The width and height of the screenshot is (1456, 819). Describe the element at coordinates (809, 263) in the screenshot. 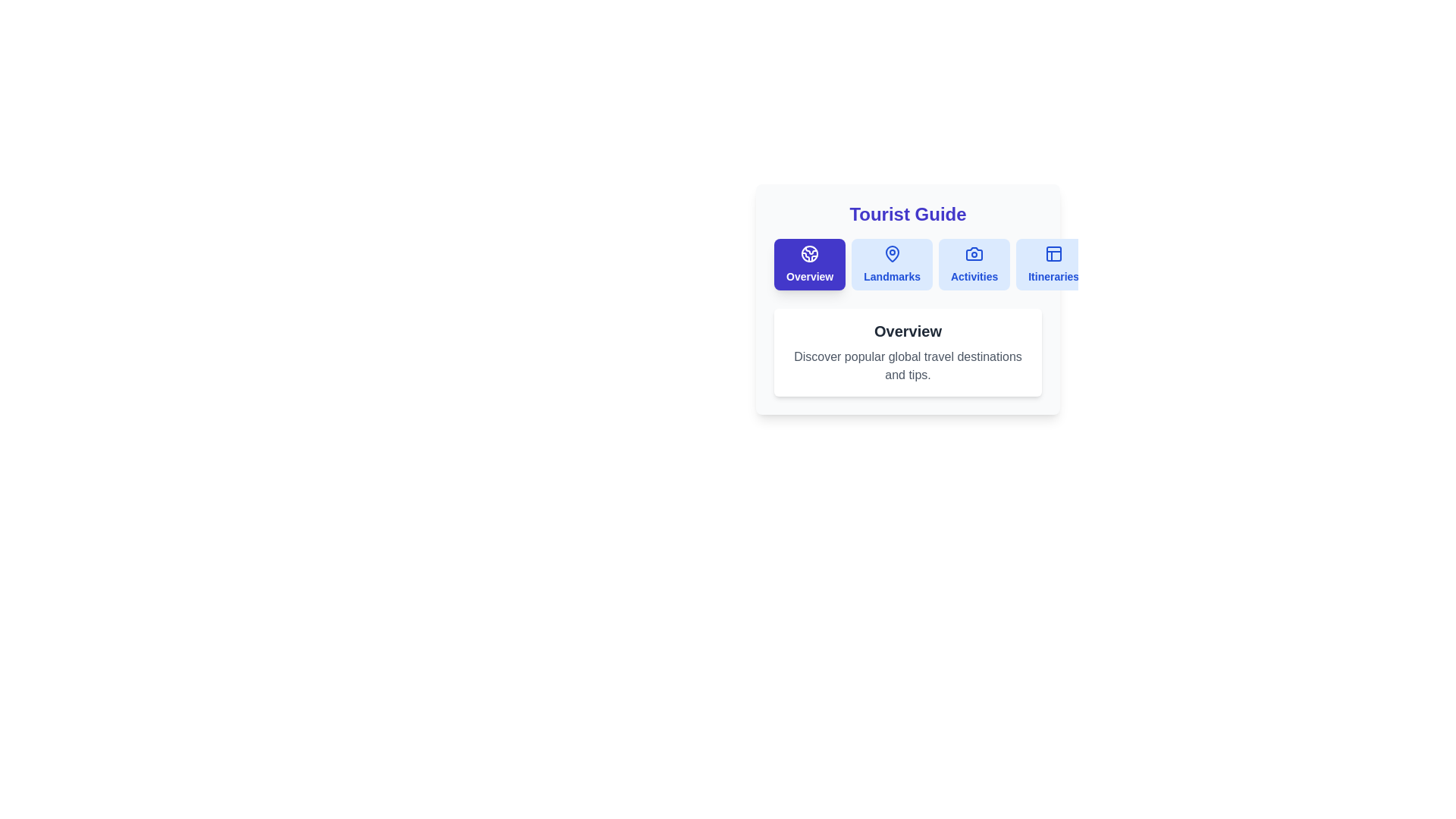

I see `the tab labeled Overview to inspect its icon and label` at that location.